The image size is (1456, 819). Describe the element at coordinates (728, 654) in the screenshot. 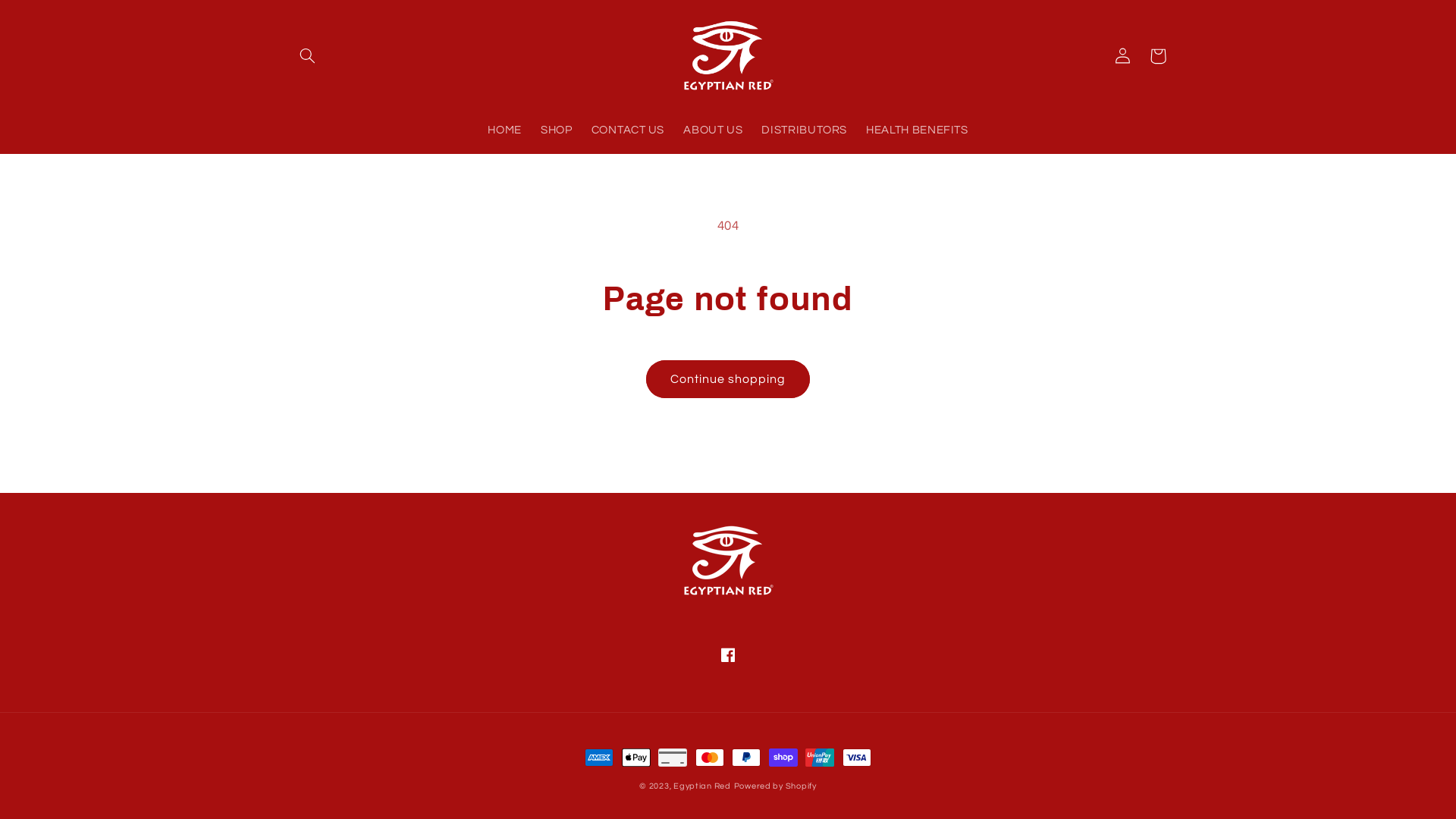

I see `'Facebook'` at that location.